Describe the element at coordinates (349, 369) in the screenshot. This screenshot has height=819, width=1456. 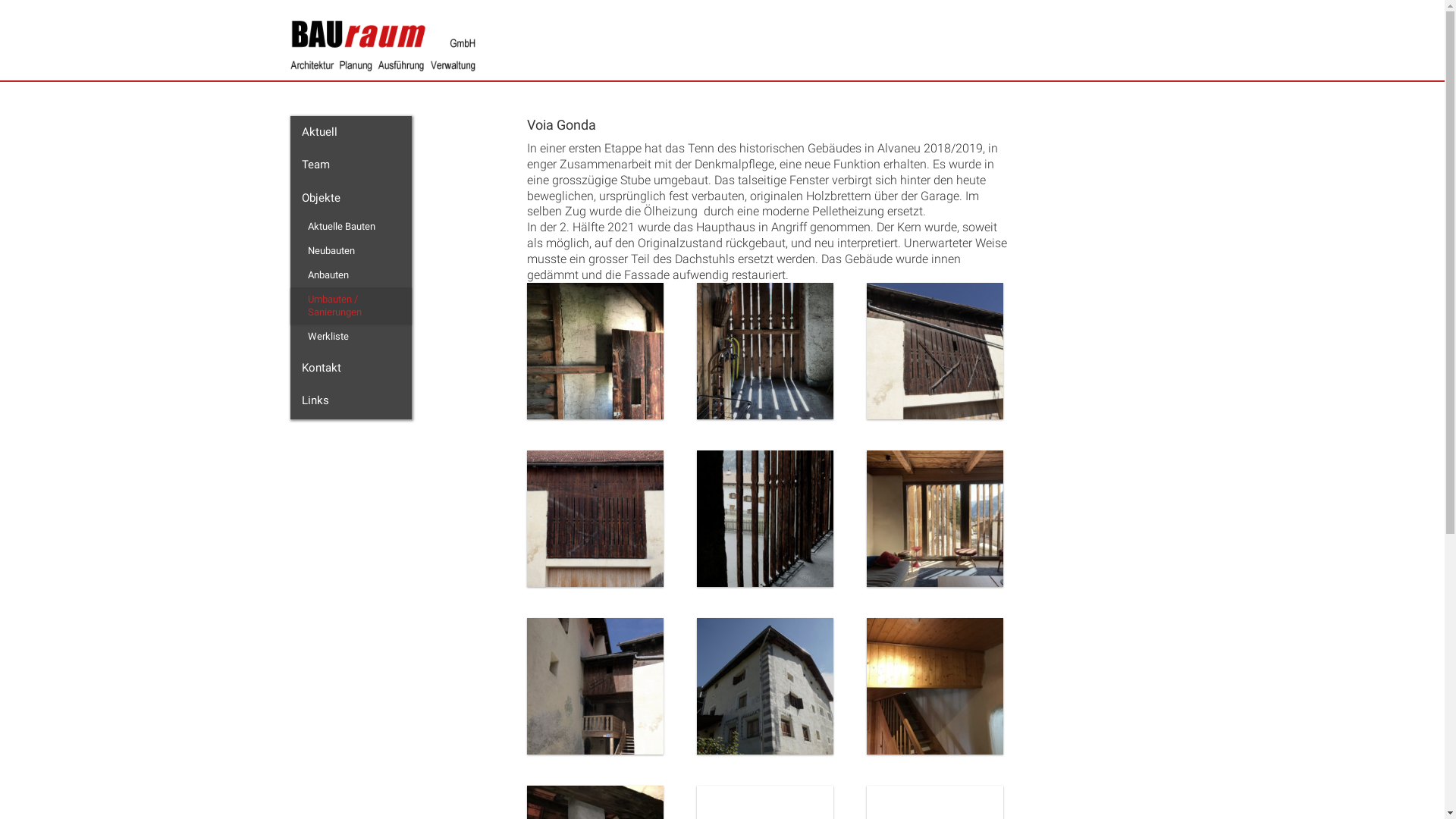
I see `'Kontakt'` at that location.